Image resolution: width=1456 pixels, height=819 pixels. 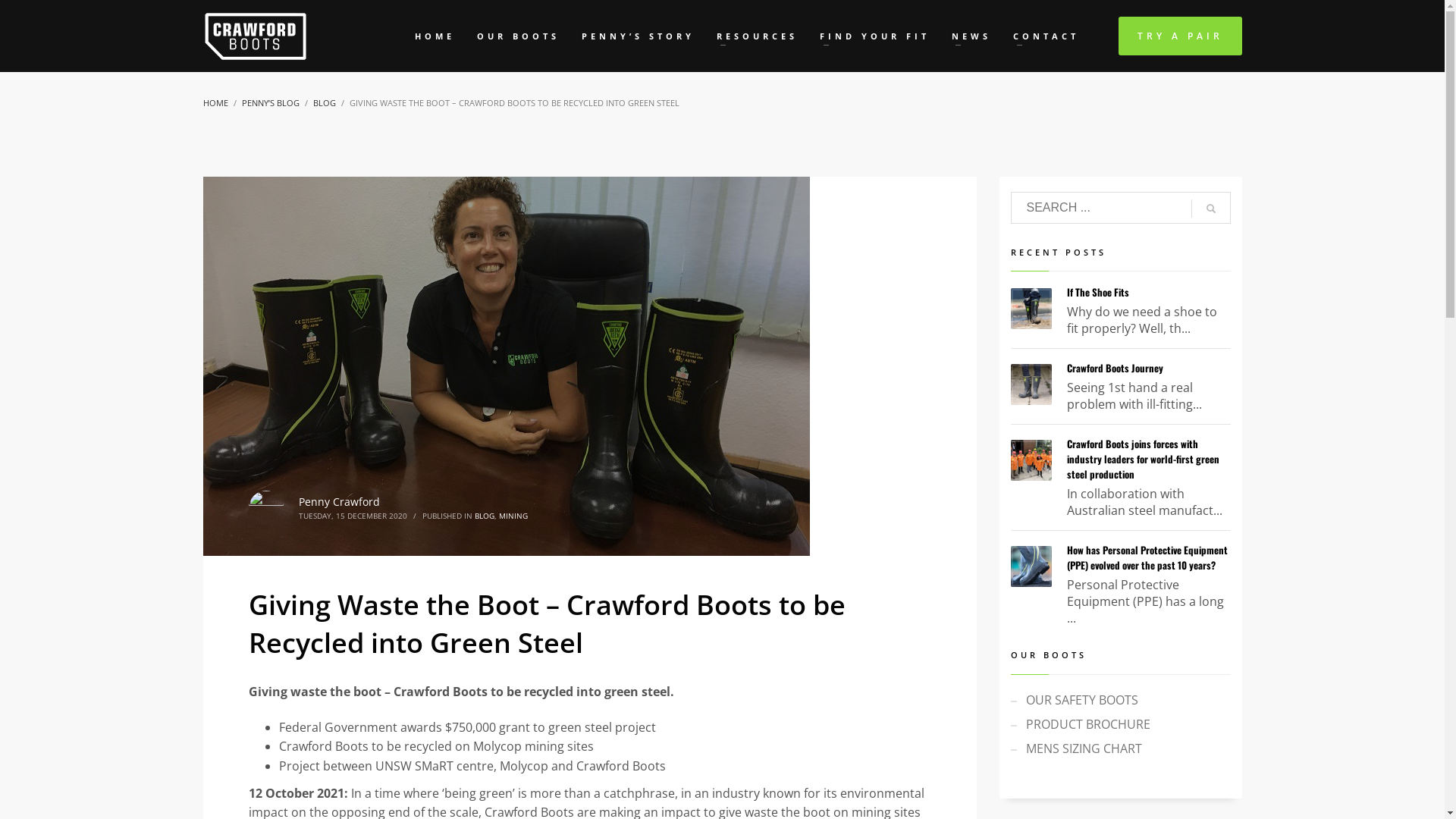 I want to click on 'go', so click(x=1210, y=208).